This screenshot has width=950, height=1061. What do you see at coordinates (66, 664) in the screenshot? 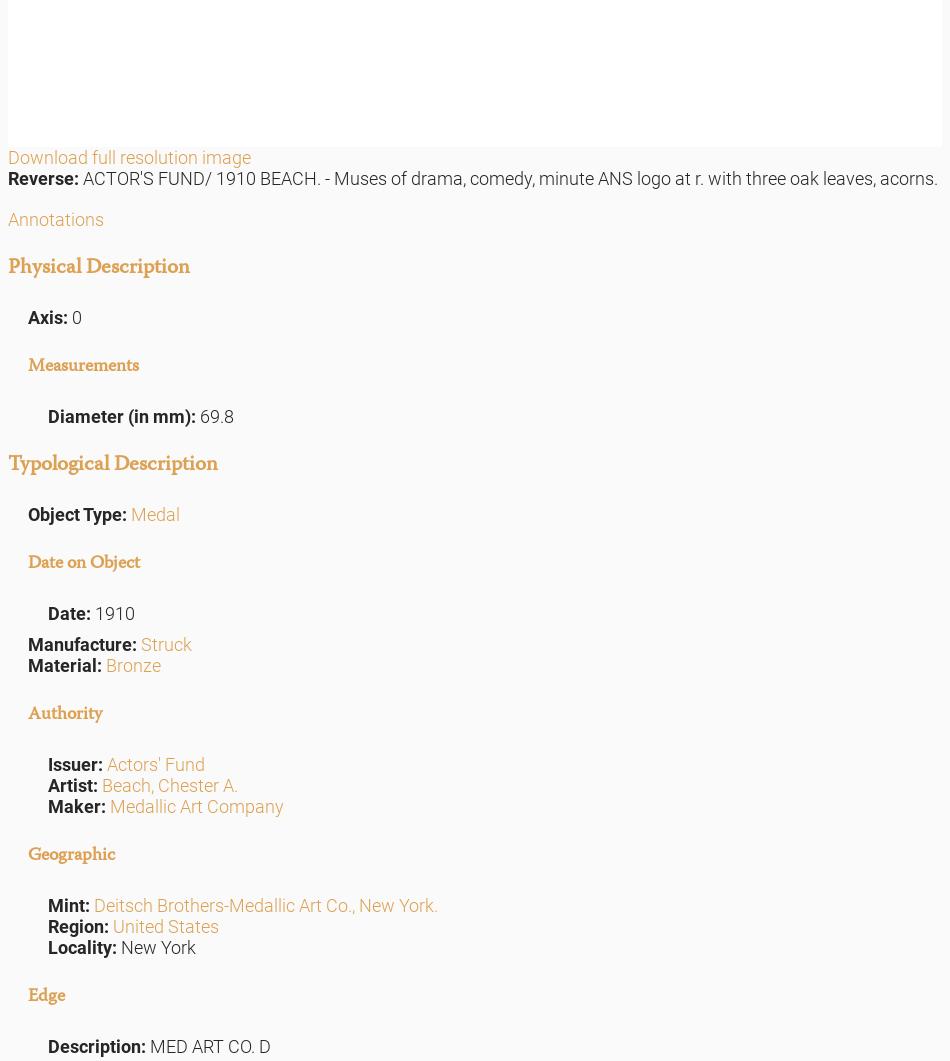
I see `'Material:'` at bounding box center [66, 664].